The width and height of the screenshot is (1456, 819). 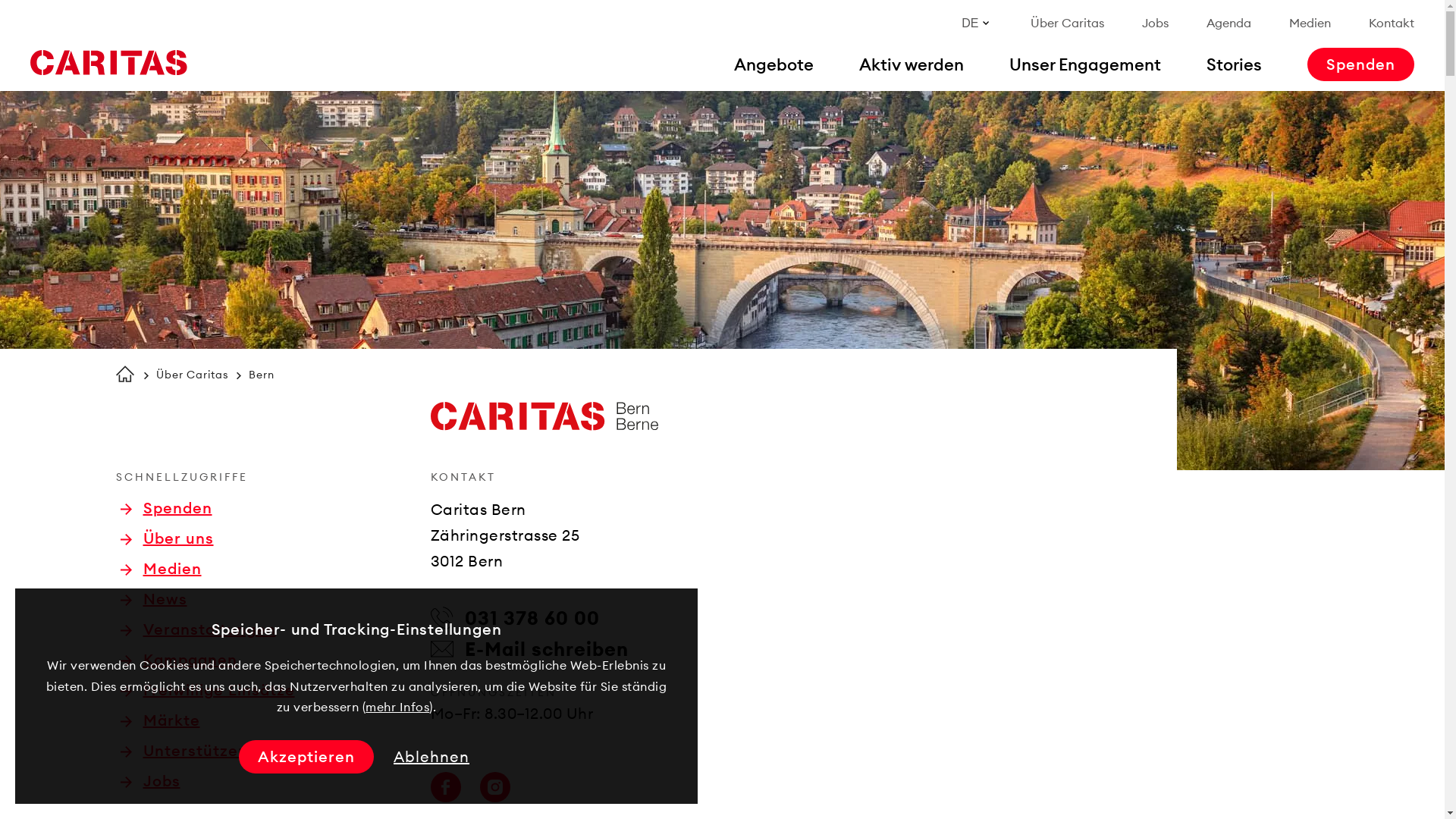 What do you see at coordinates (1154, 23) in the screenshot?
I see `'Jobs'` at bounding box center [1154, 23].